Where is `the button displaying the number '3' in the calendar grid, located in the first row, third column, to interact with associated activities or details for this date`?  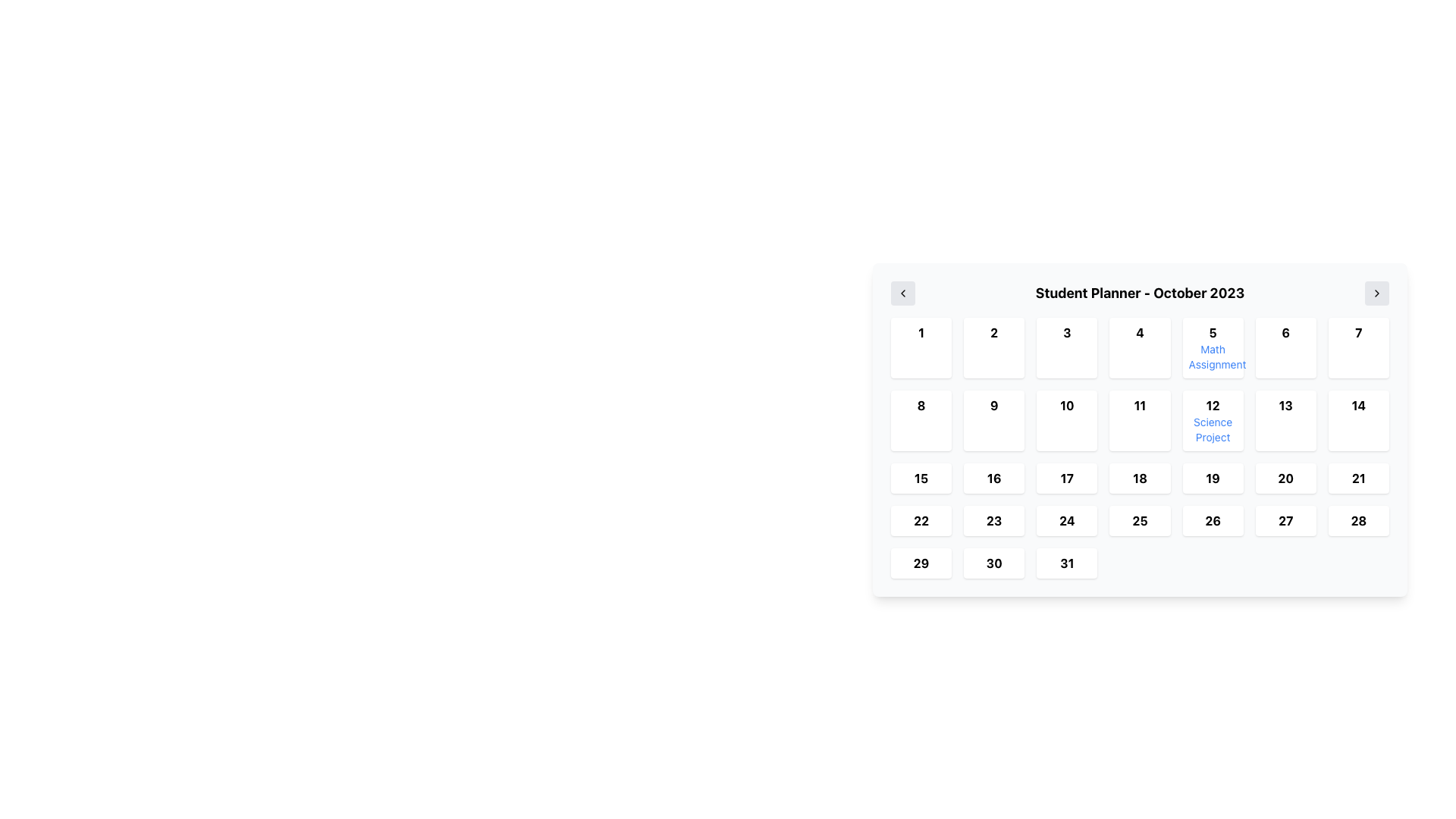 the button displaying the number '3' in the calendar grid, located in the first row, third column, to interact with associated activities or details for this date is located at coordinates (1066, 332).